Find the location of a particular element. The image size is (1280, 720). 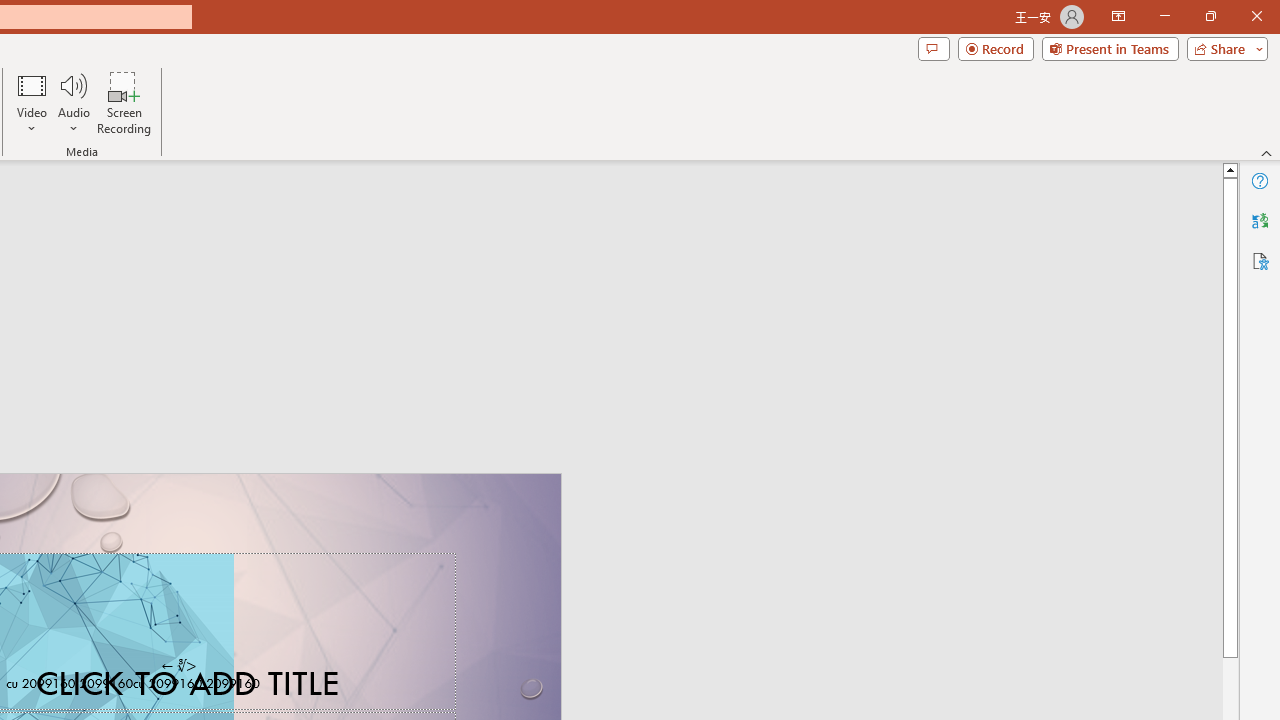

'Screen Recording...' is located at coordinates (123, 103).